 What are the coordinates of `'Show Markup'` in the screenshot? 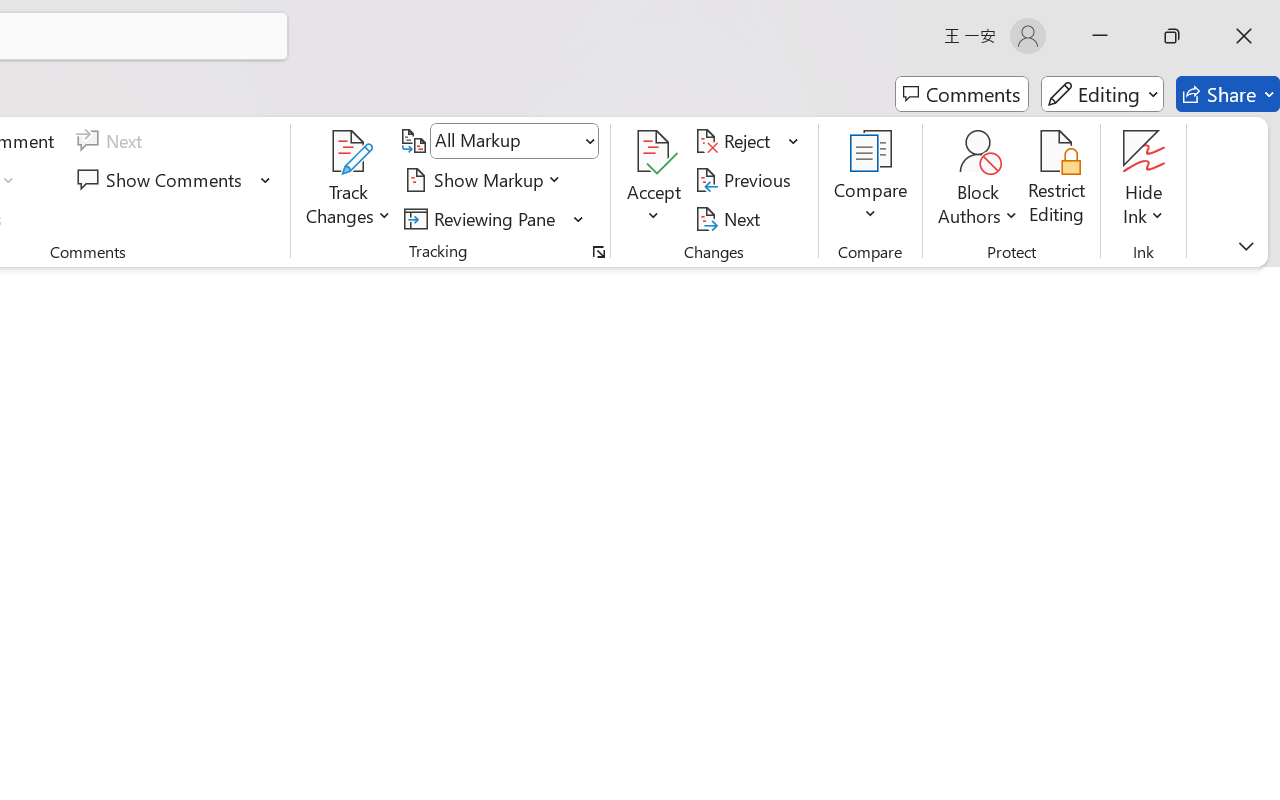 It's located at (485, 179).